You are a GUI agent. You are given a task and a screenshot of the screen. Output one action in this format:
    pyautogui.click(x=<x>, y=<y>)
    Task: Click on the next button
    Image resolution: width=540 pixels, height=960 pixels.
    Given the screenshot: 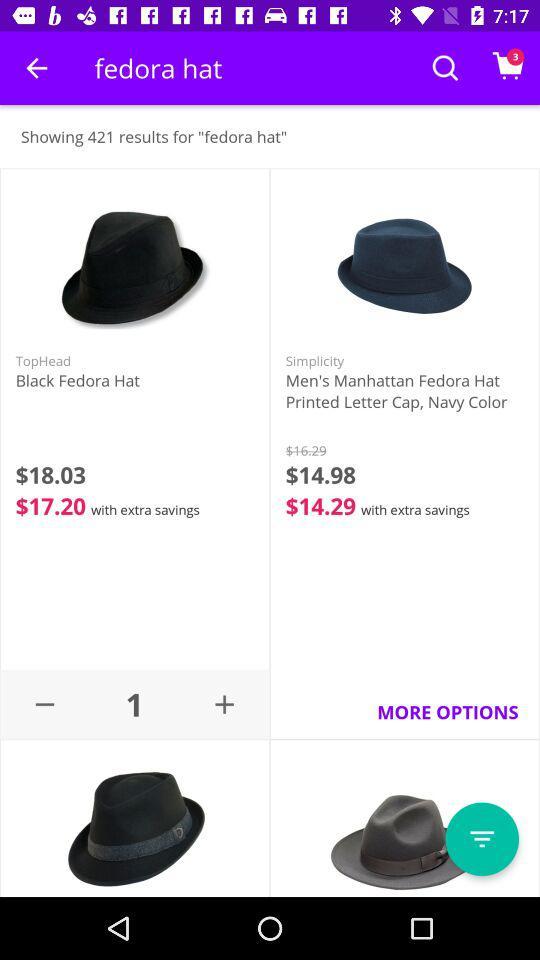 What is the action you would take?
    pyautogui.click(x=481, y=839)
    